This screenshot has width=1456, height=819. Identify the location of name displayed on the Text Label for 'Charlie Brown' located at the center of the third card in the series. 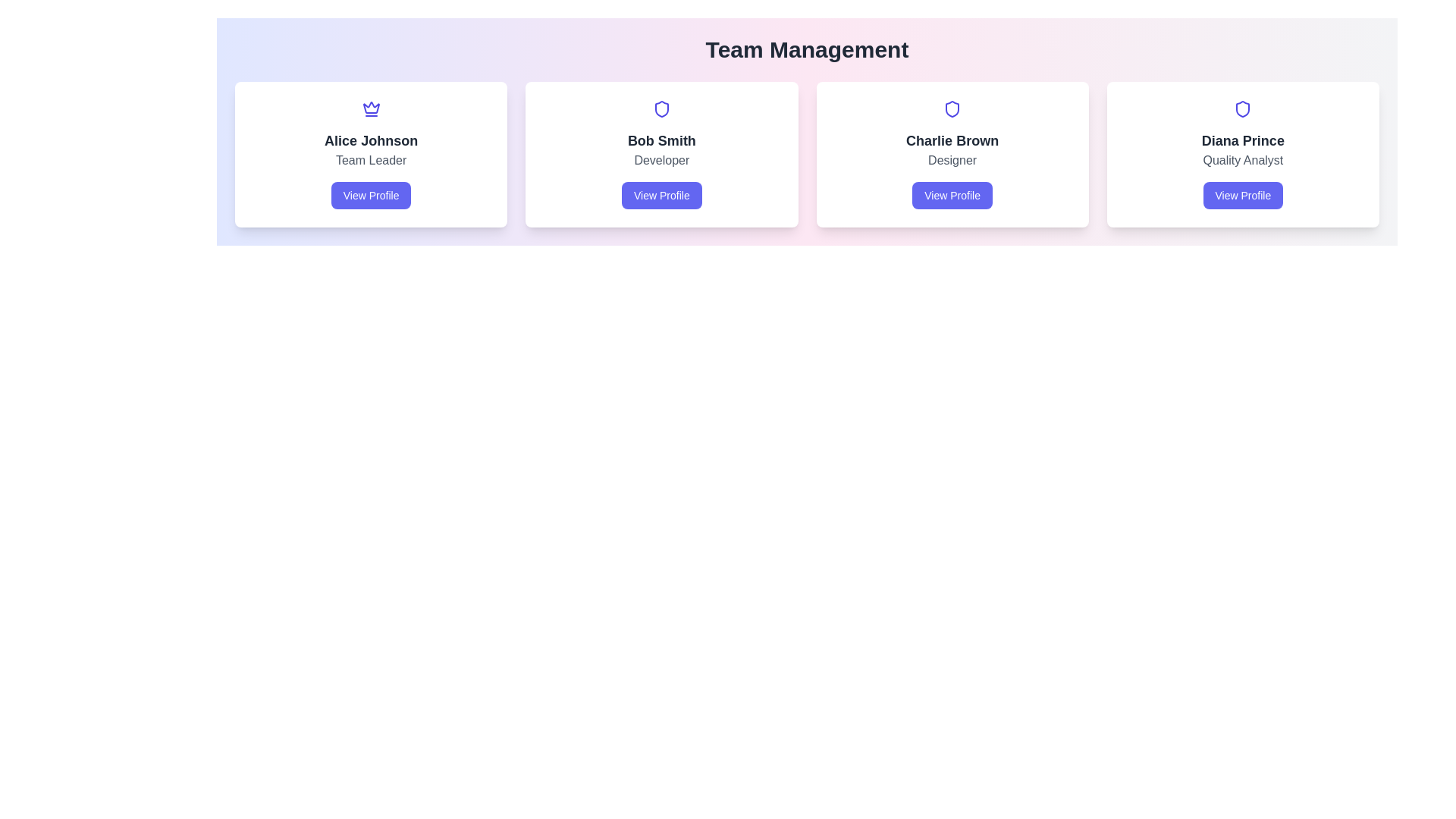
(952, 140).